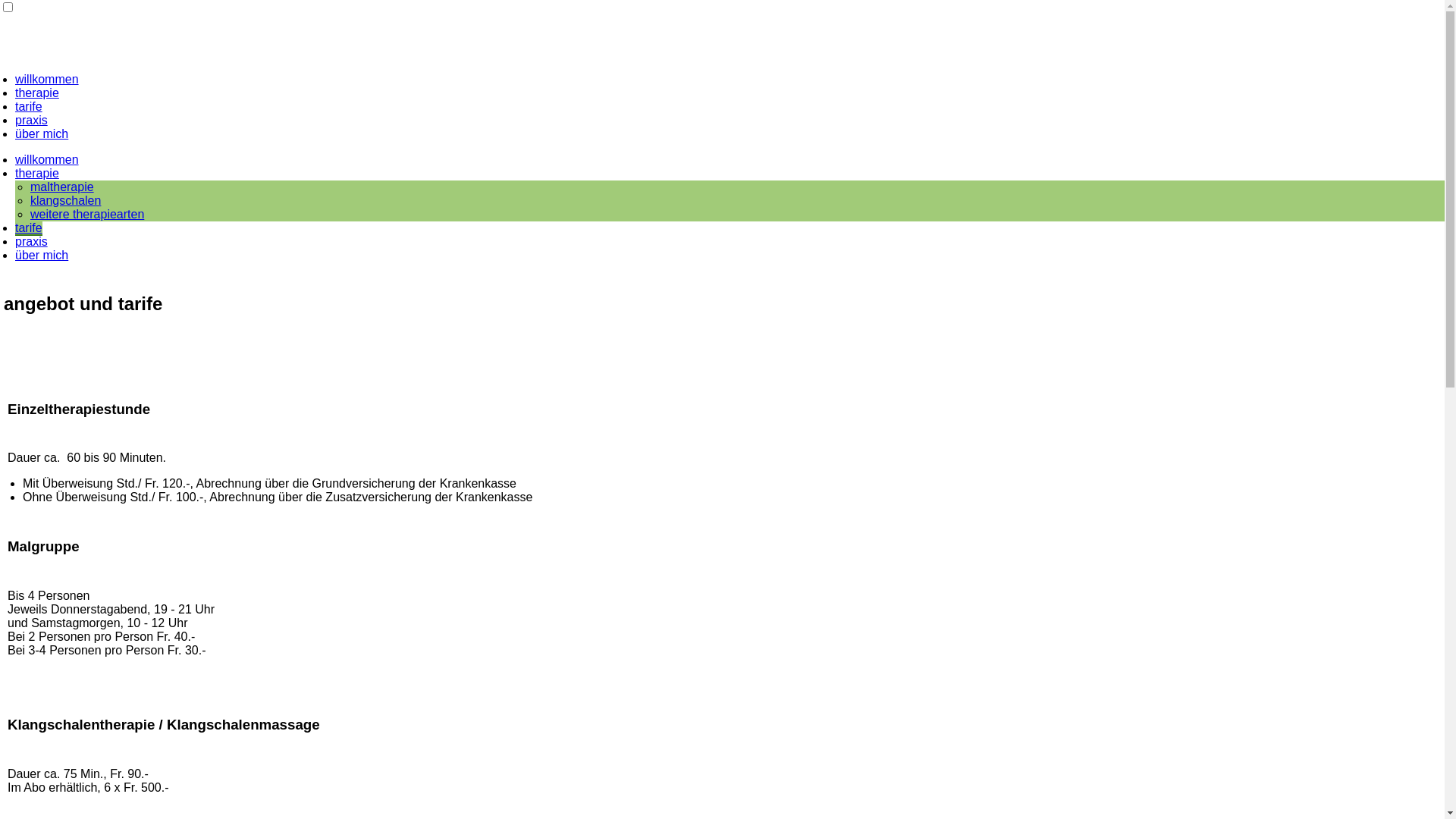  Describe the element at coordinates (64, 199) in the screenshot. I see `'klangschalen'` at that location.